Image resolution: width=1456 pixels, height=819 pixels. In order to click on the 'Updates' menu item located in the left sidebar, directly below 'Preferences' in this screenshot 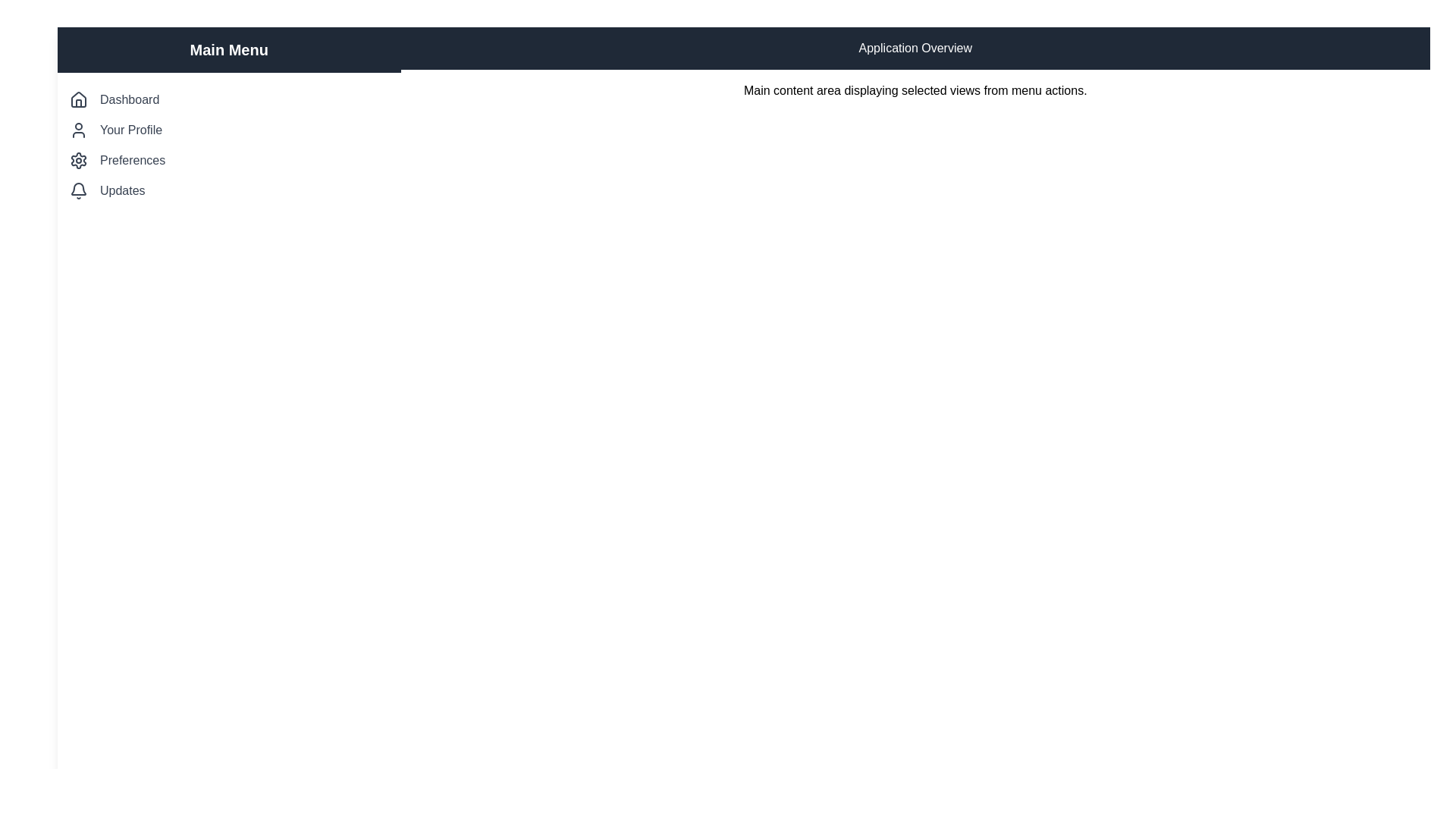, I will do `click(228, 190)`.